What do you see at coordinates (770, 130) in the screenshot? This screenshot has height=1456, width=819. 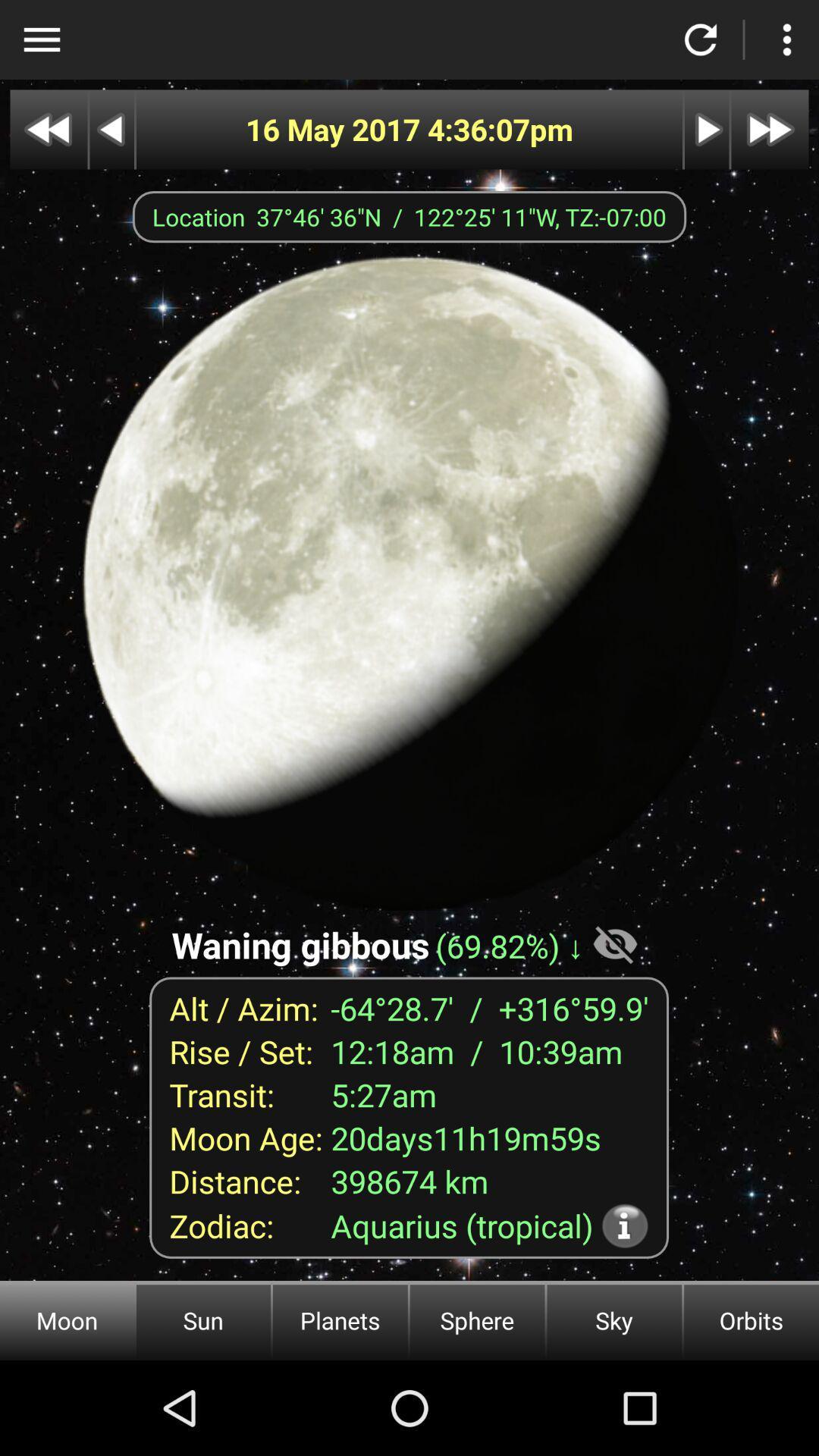 I see `go forward to last` at bounding box center [770, 130].